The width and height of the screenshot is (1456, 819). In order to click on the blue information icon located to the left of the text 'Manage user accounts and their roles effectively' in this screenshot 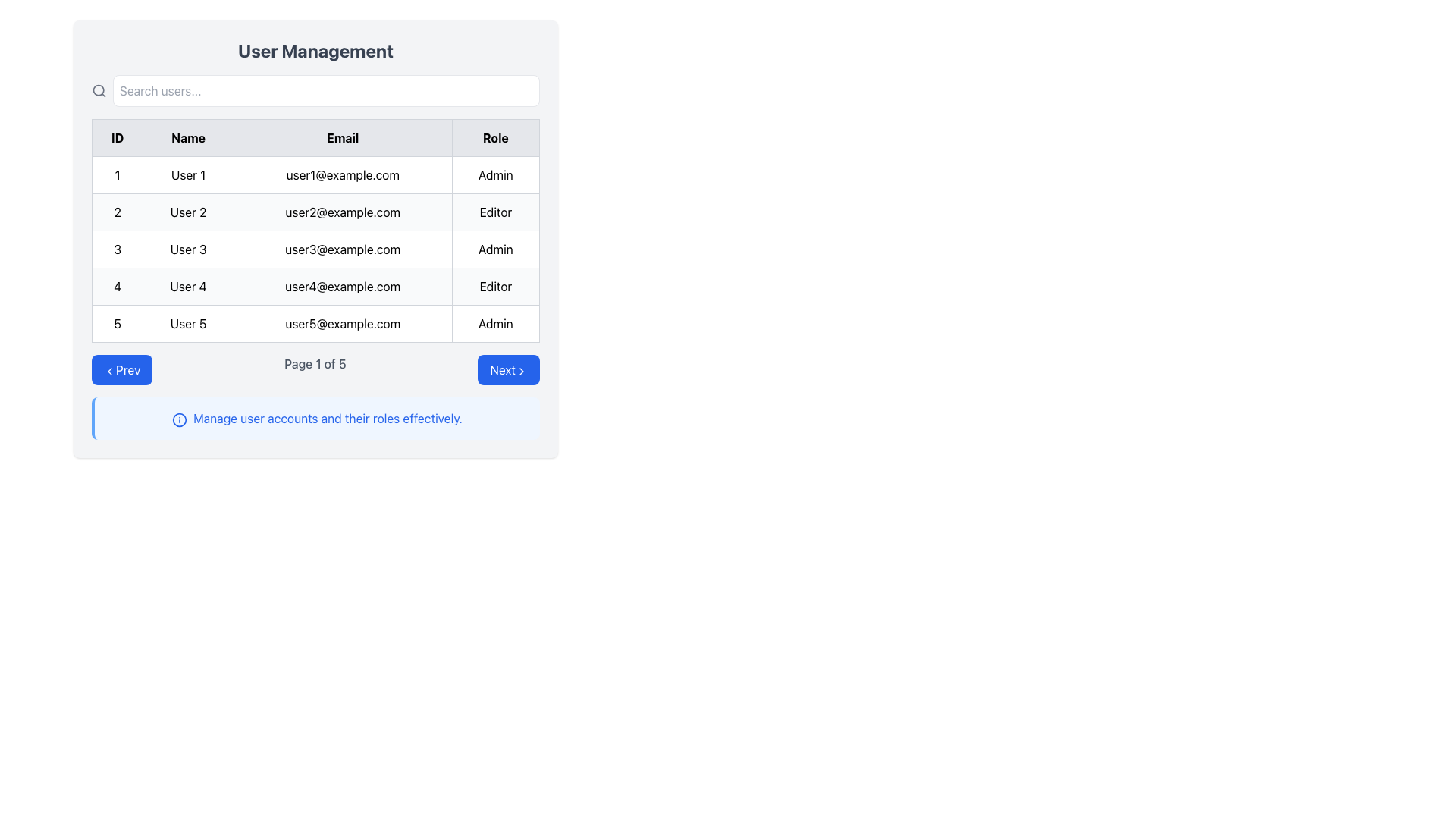, I will do `click(180, 419)`.